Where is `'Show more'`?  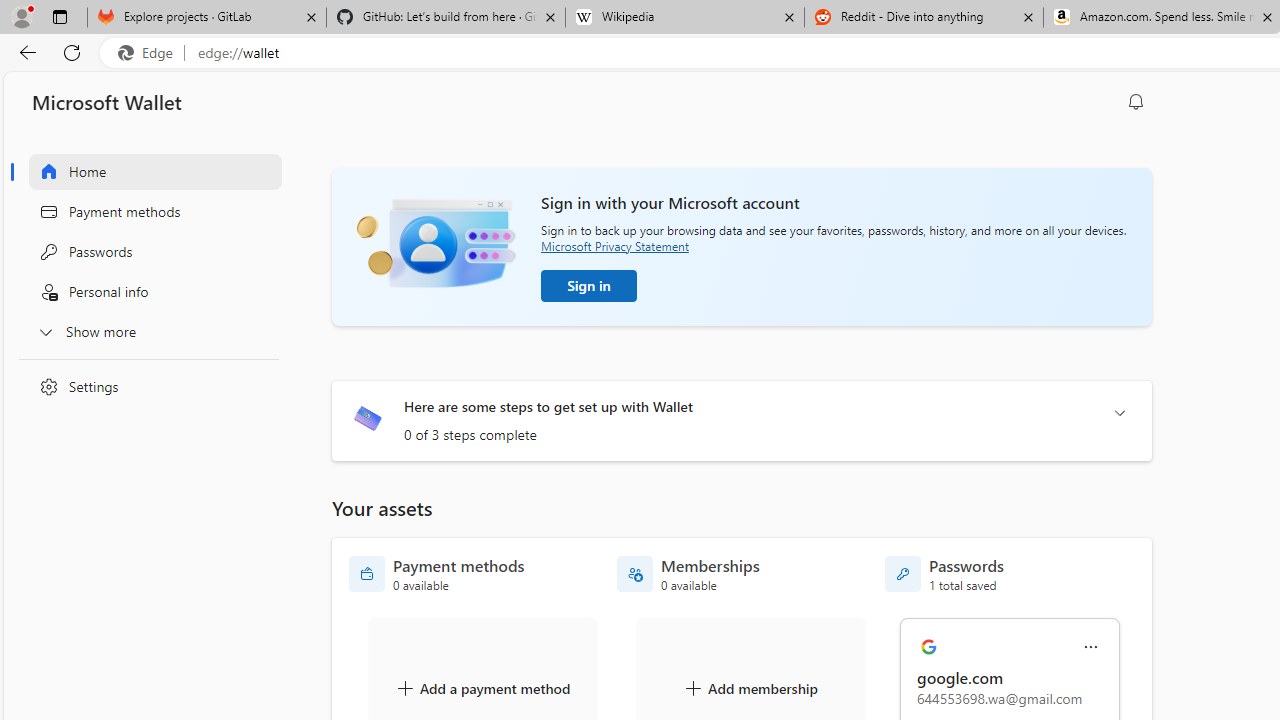
'Show more' is located at coordinates (143, 330).